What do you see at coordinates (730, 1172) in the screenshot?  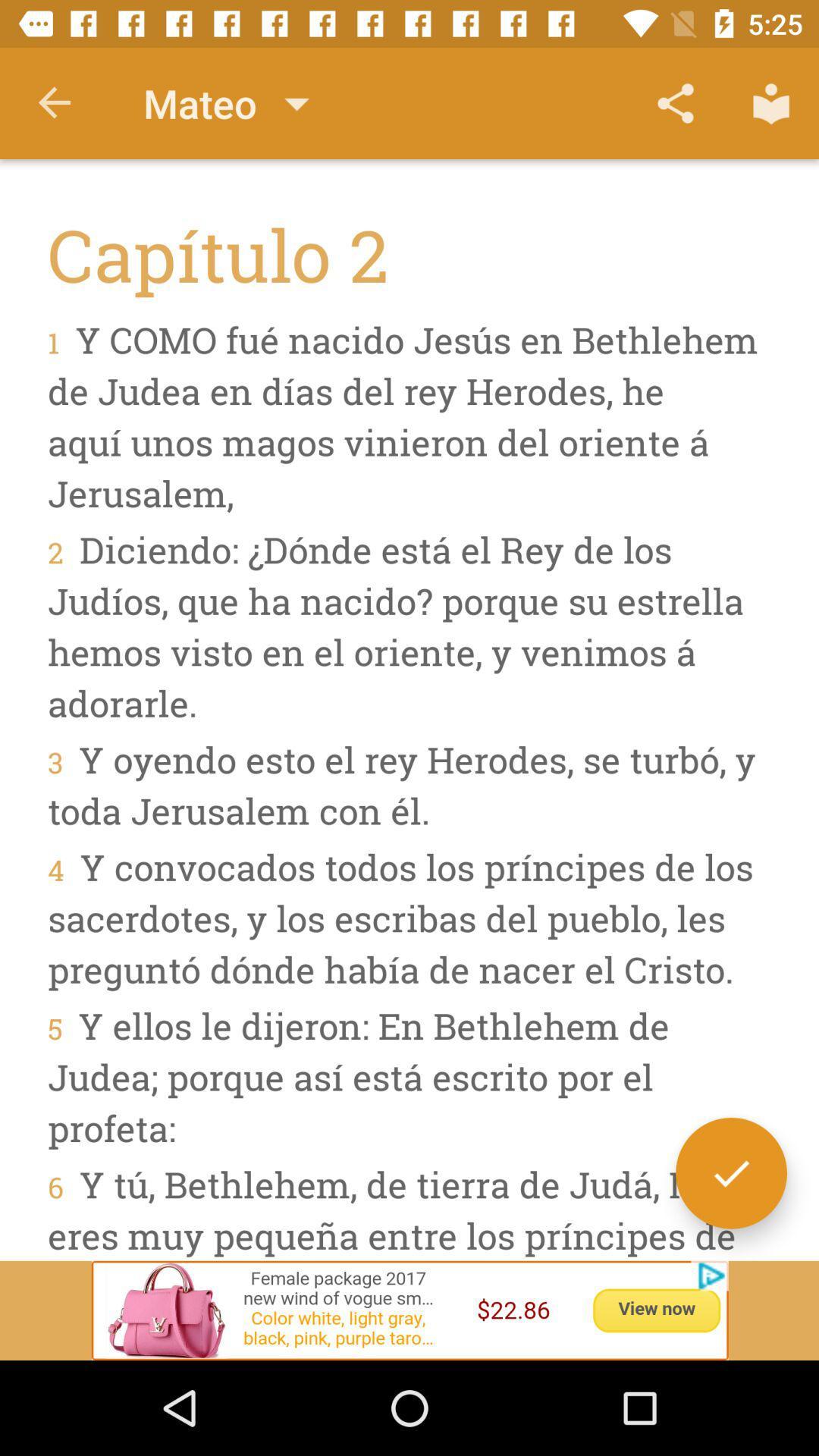 I see `item below 4 y convocados` at bounding box center [730, 1172].